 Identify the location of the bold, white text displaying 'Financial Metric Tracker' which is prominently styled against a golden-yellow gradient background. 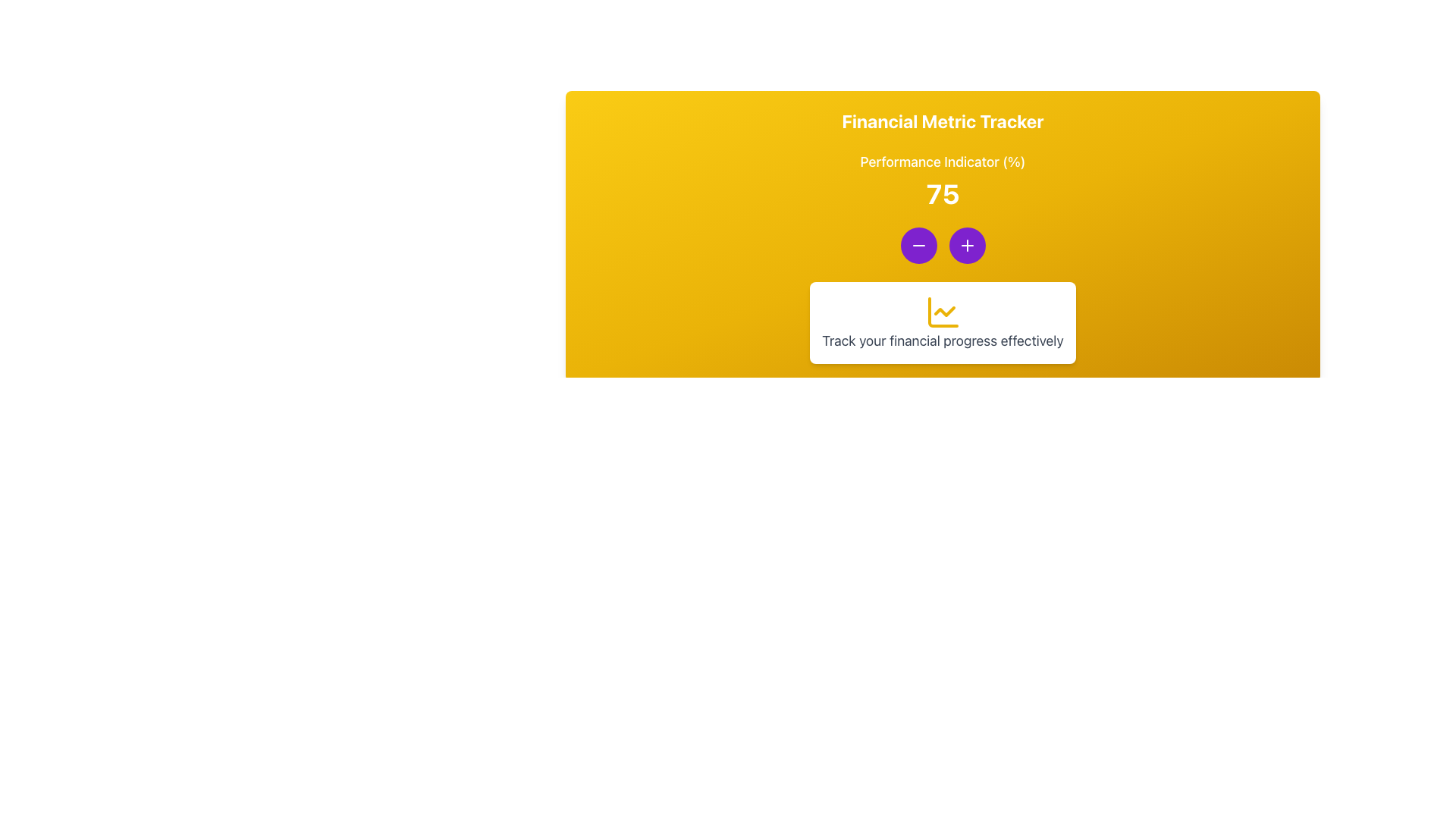
(942, 120).